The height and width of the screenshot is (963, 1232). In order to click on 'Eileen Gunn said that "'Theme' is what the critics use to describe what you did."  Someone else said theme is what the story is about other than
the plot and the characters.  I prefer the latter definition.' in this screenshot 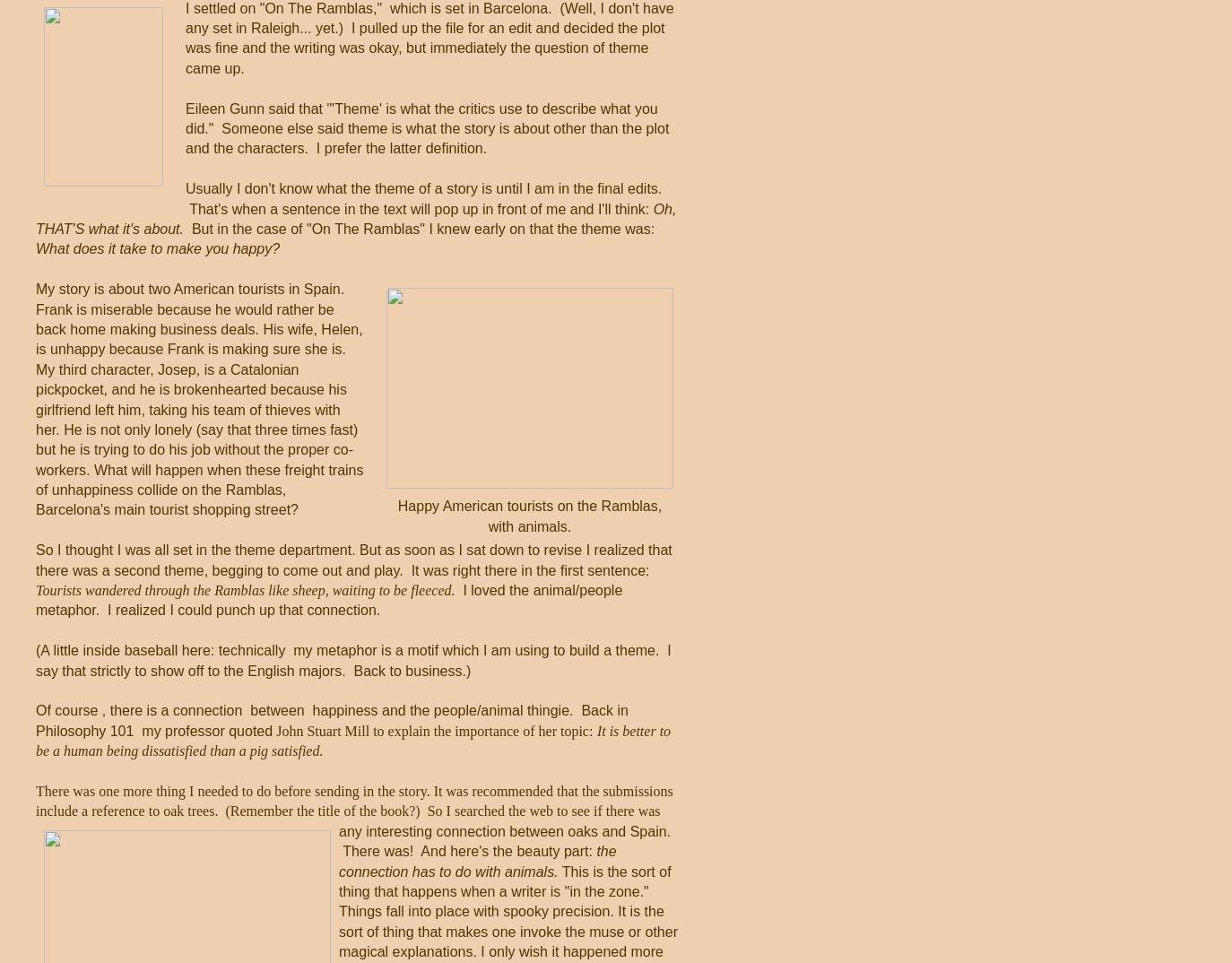, I will do `click(427, 126)`.